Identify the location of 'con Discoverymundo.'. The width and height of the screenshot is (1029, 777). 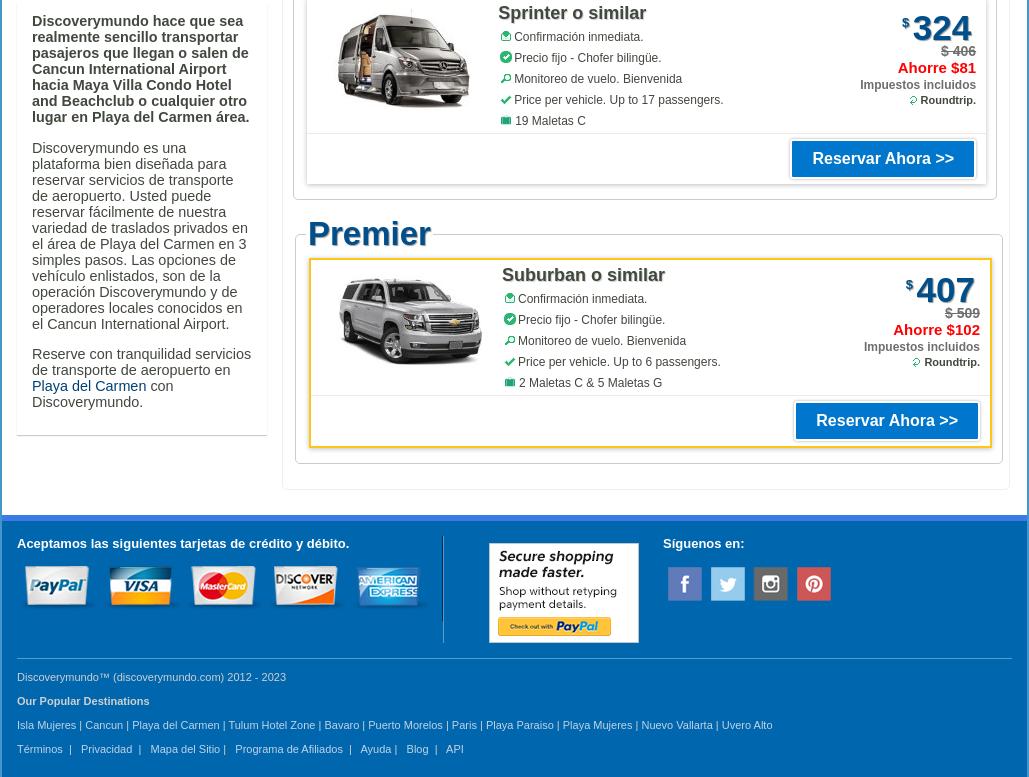
(101, 393).